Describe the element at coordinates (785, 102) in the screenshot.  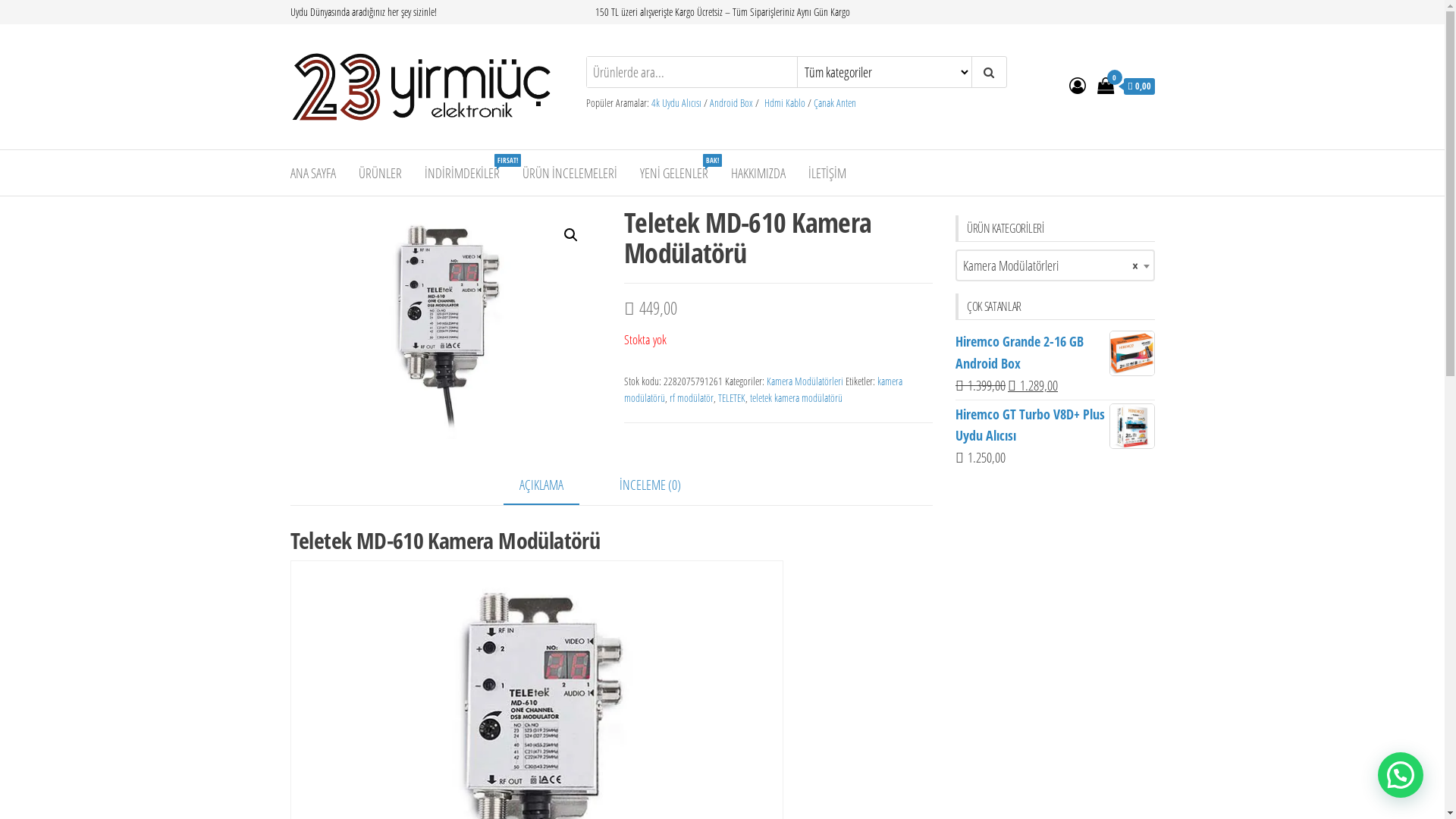
I see `'Hdmi Kablo'` at that location.